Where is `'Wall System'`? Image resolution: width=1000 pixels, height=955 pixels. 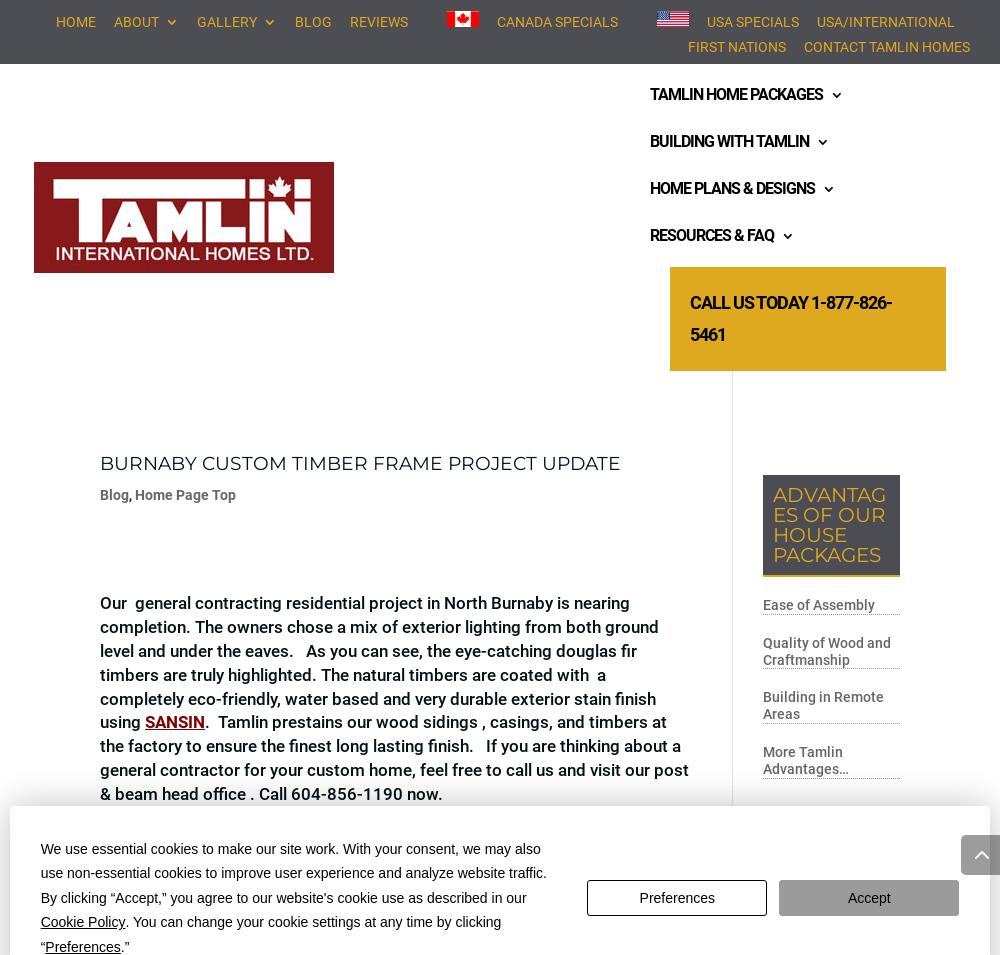 'Wall System' is located at coordinates (489, 294).